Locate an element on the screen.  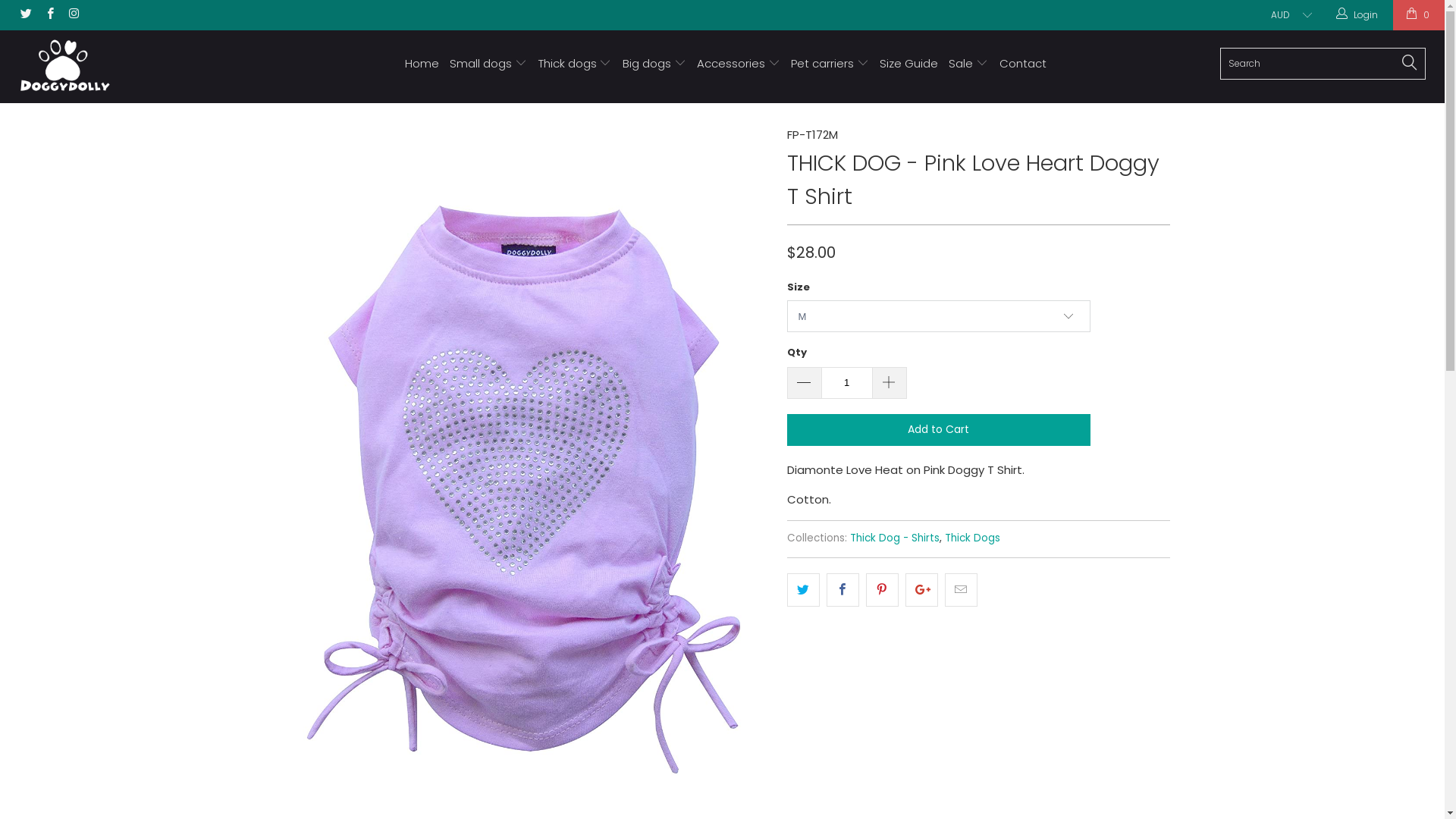
'Add to Cart' is located at coordinates (938, 430).